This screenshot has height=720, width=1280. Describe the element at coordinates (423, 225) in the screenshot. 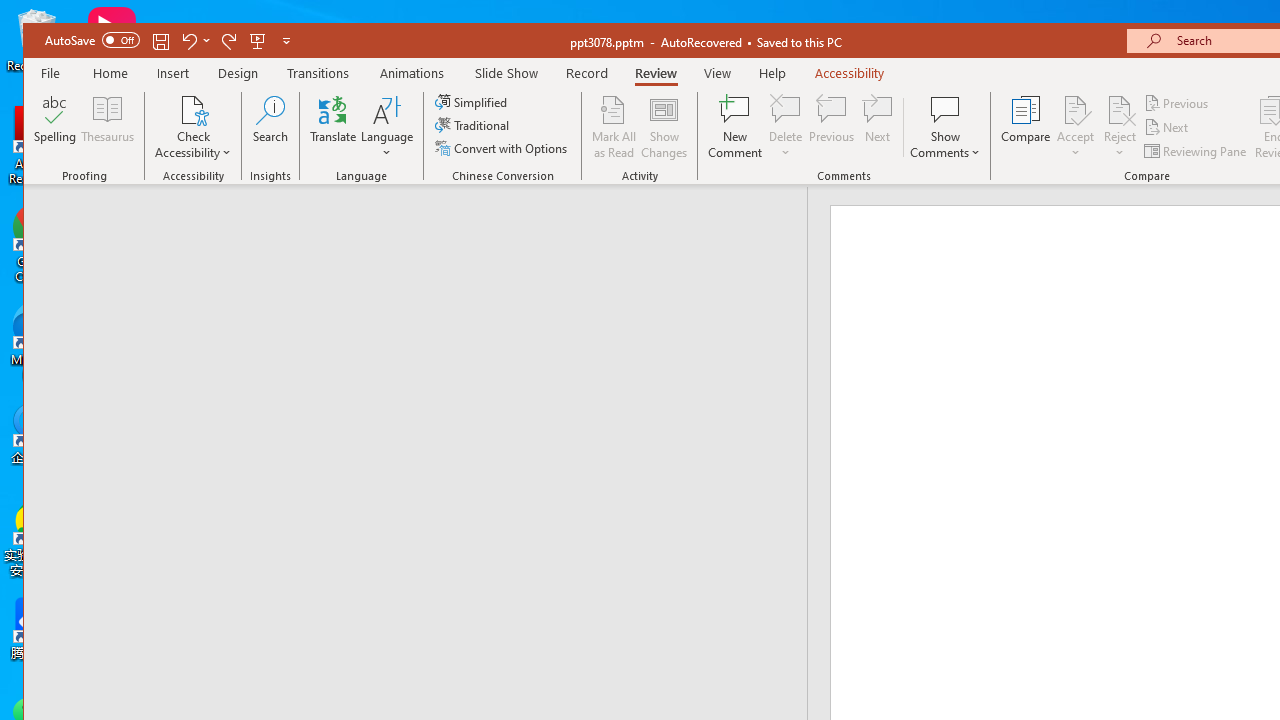

I see `'Outline'` at that location.